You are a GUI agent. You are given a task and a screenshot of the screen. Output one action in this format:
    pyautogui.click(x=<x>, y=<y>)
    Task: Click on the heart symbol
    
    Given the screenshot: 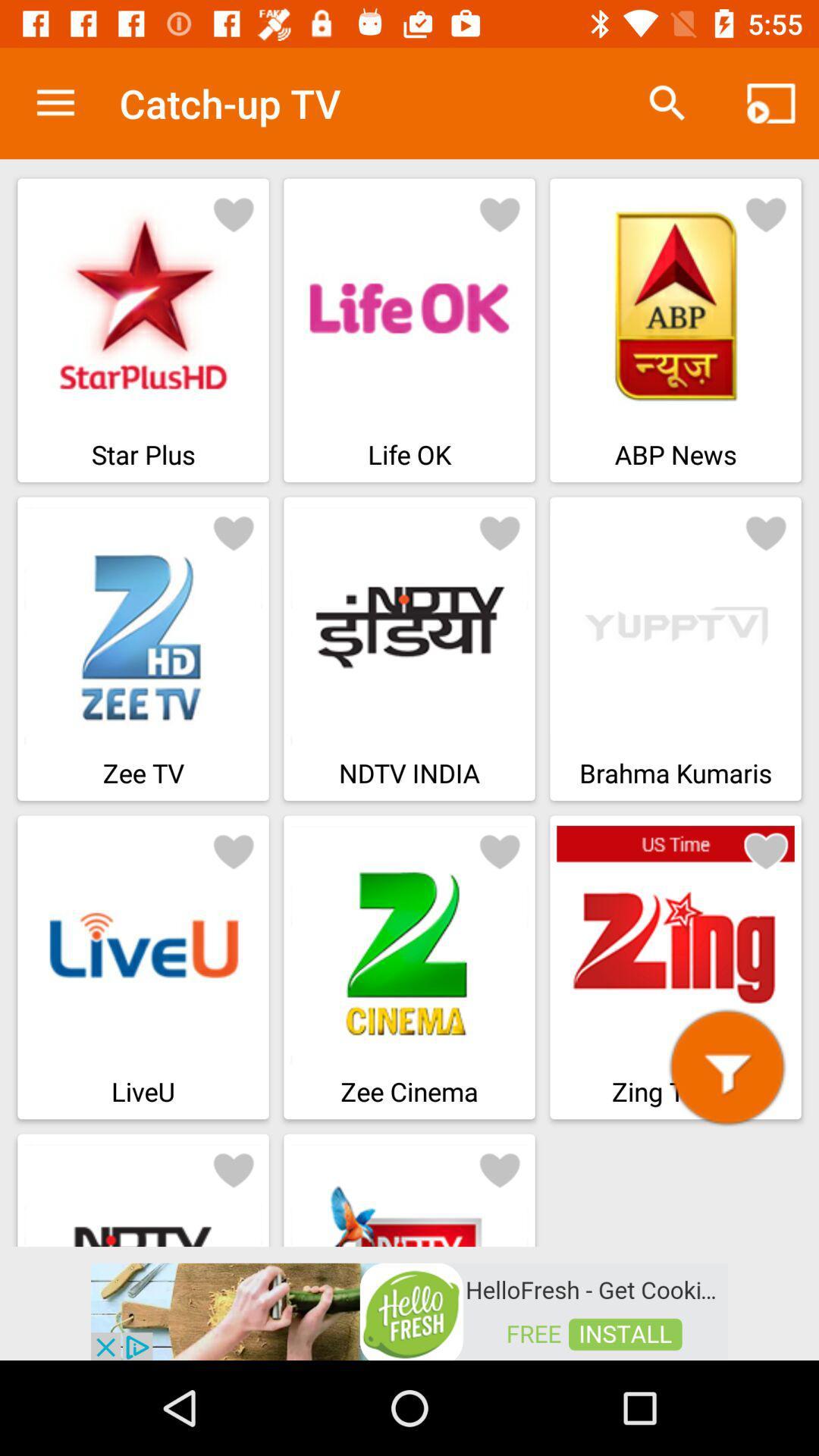 What is the action you would take?
    pyautogui.click(x=234, y=213)
    